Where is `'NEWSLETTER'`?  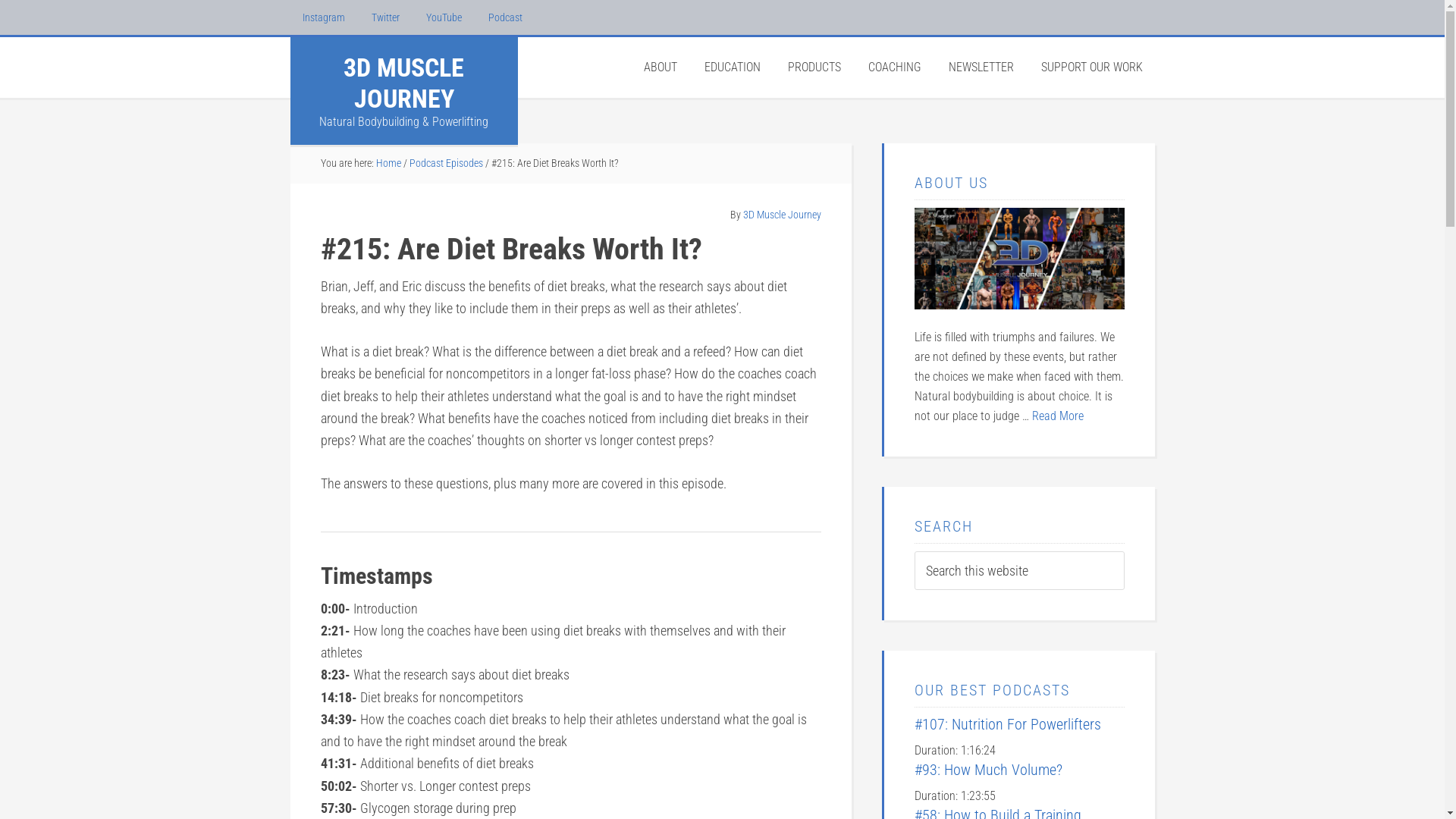
'NEWSLETTER' is located at coordinates (980, 66).